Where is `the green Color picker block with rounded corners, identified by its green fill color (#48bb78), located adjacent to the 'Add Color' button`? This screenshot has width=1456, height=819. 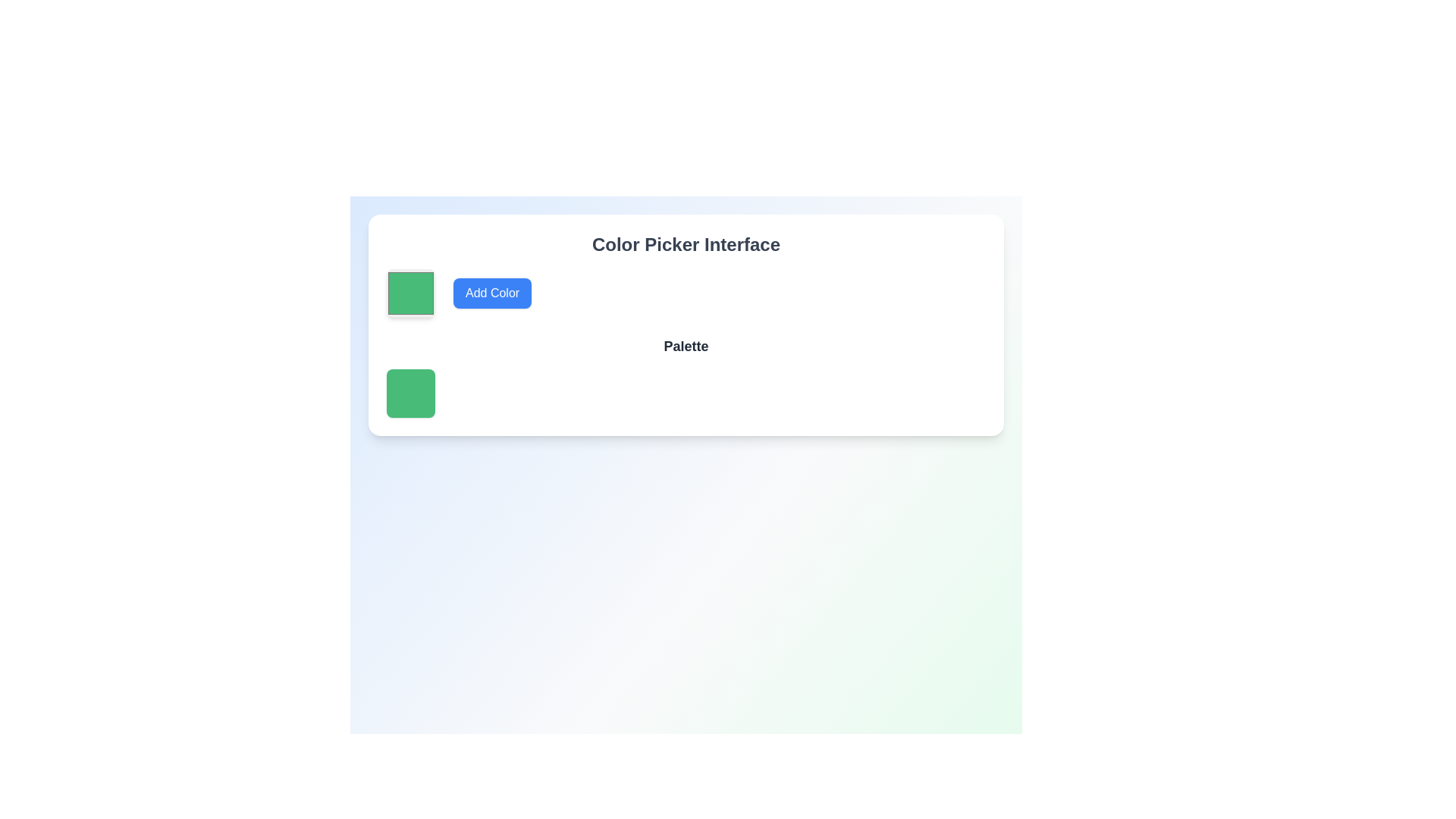 the green Color picker block with rounded corners, identified by its green fill color (#48bb78), located adjacent to the 'Add Color' button is located at coordinates (411, 293).